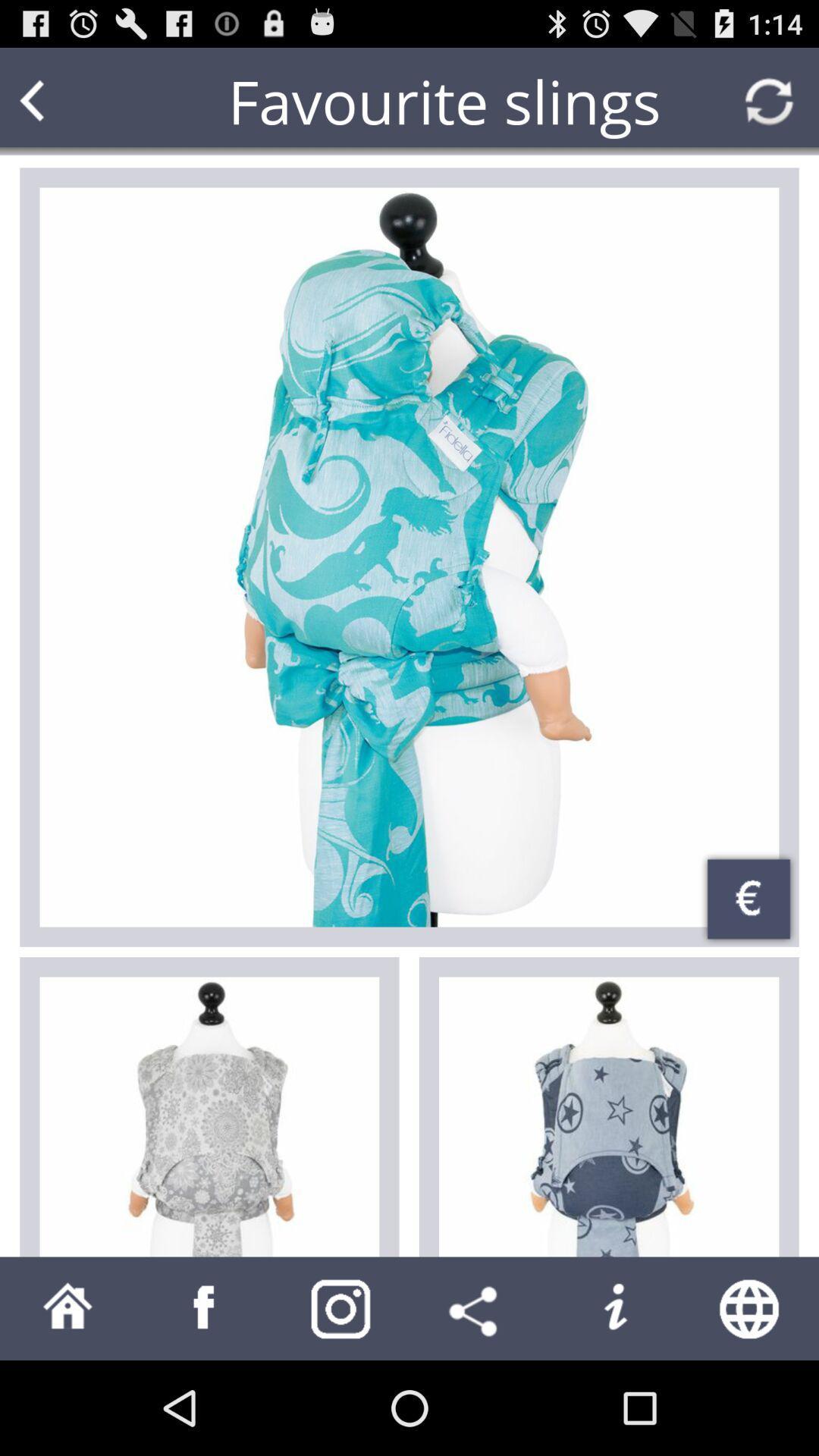 This screenshot has width=819, height=1456. What do you see at coordinates (769, 100) in the screenshot?
I see `refresh page` at bounding box center [769, 100].